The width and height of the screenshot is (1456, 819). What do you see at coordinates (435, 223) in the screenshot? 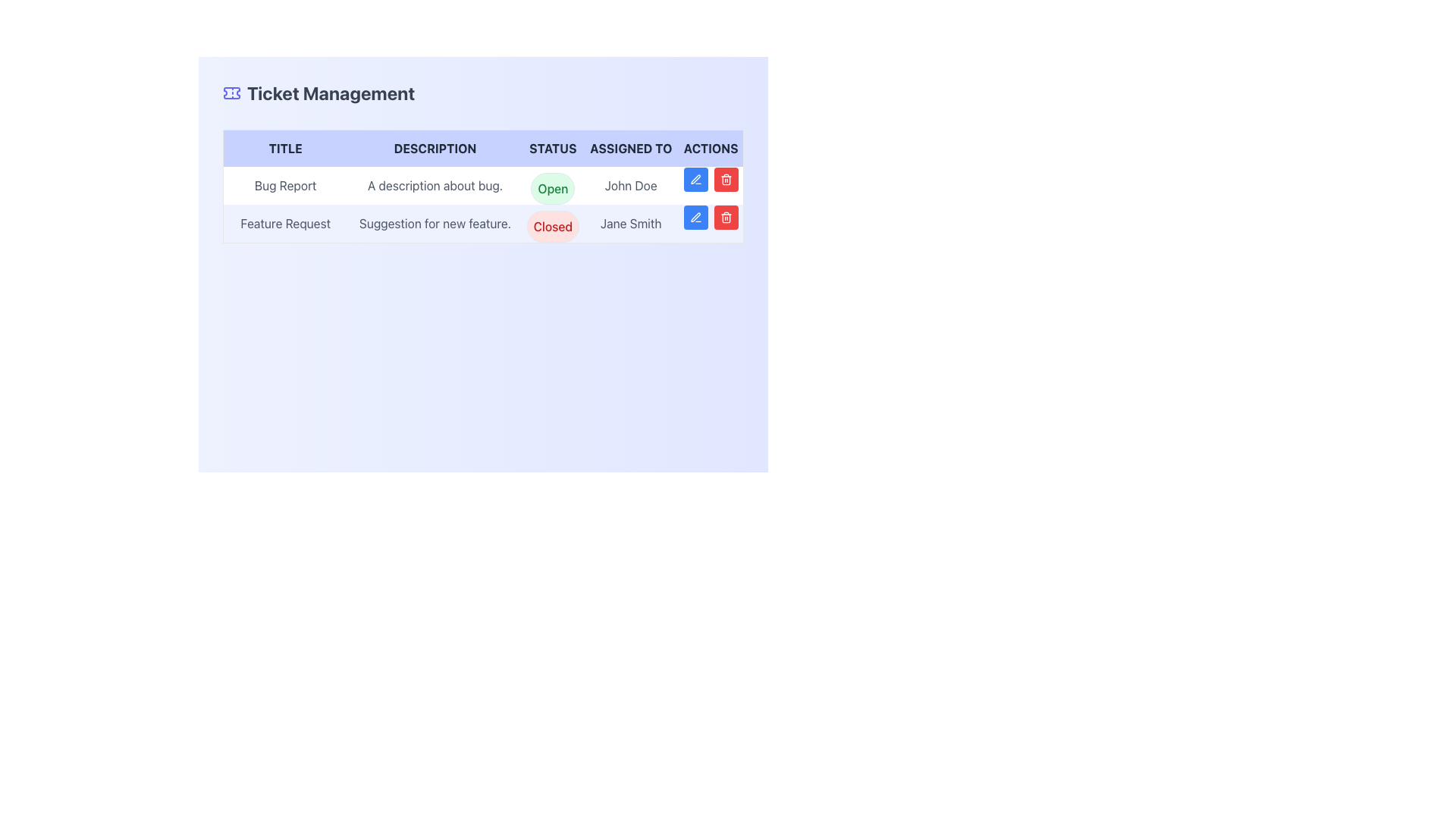
I see `the text element that provides a summary of the feature suggestion, located in the DESCRIPTION column of the table, aligned with 'Feature Request' under the TITLE column and 'Closed' status with 'Jane Smith'` at bounding box center [435, 223].